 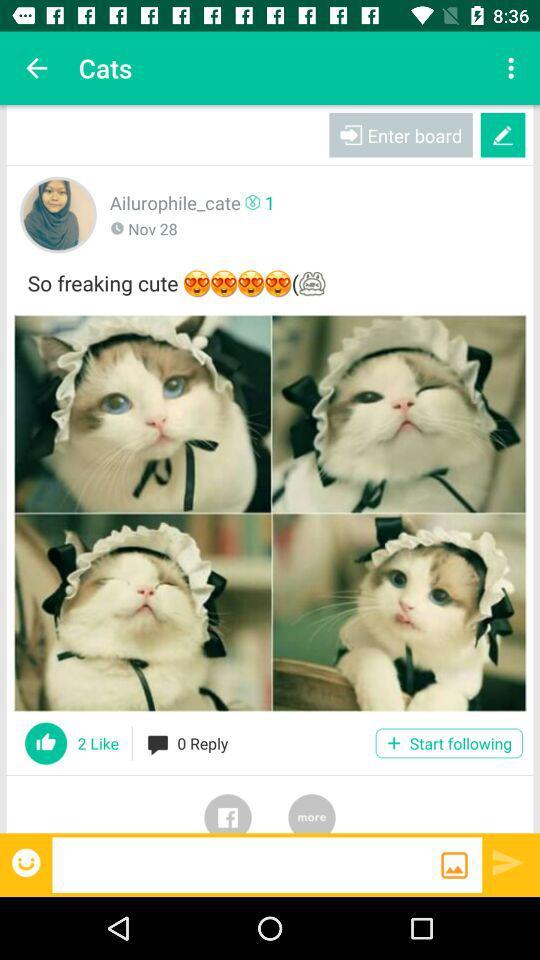 What do you see at coordinates (246, 863) in the screenshot?
I see `search the page` at bounding box center [246, 863].